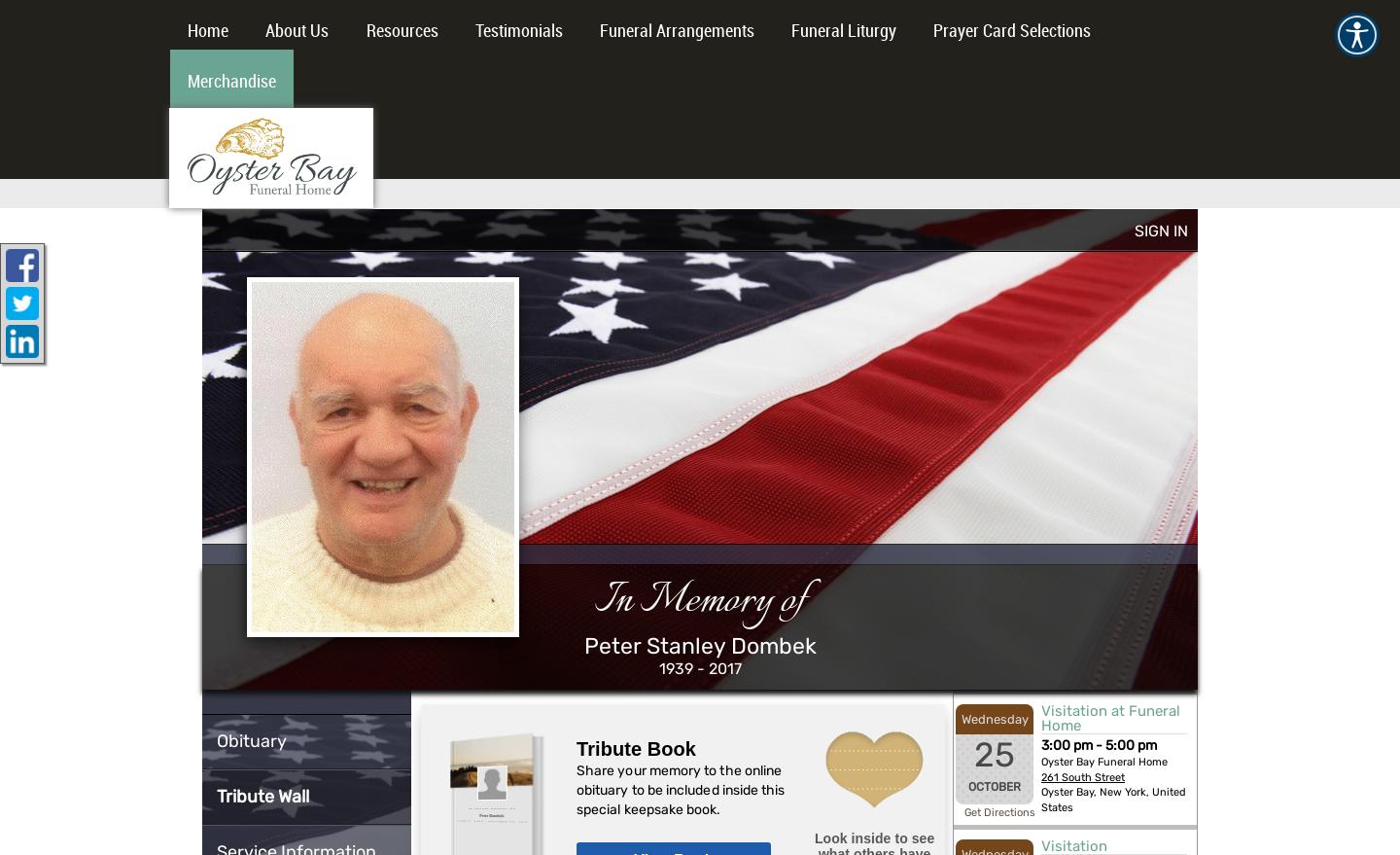  I want to click on 'Sign in', so click(1134, 230).